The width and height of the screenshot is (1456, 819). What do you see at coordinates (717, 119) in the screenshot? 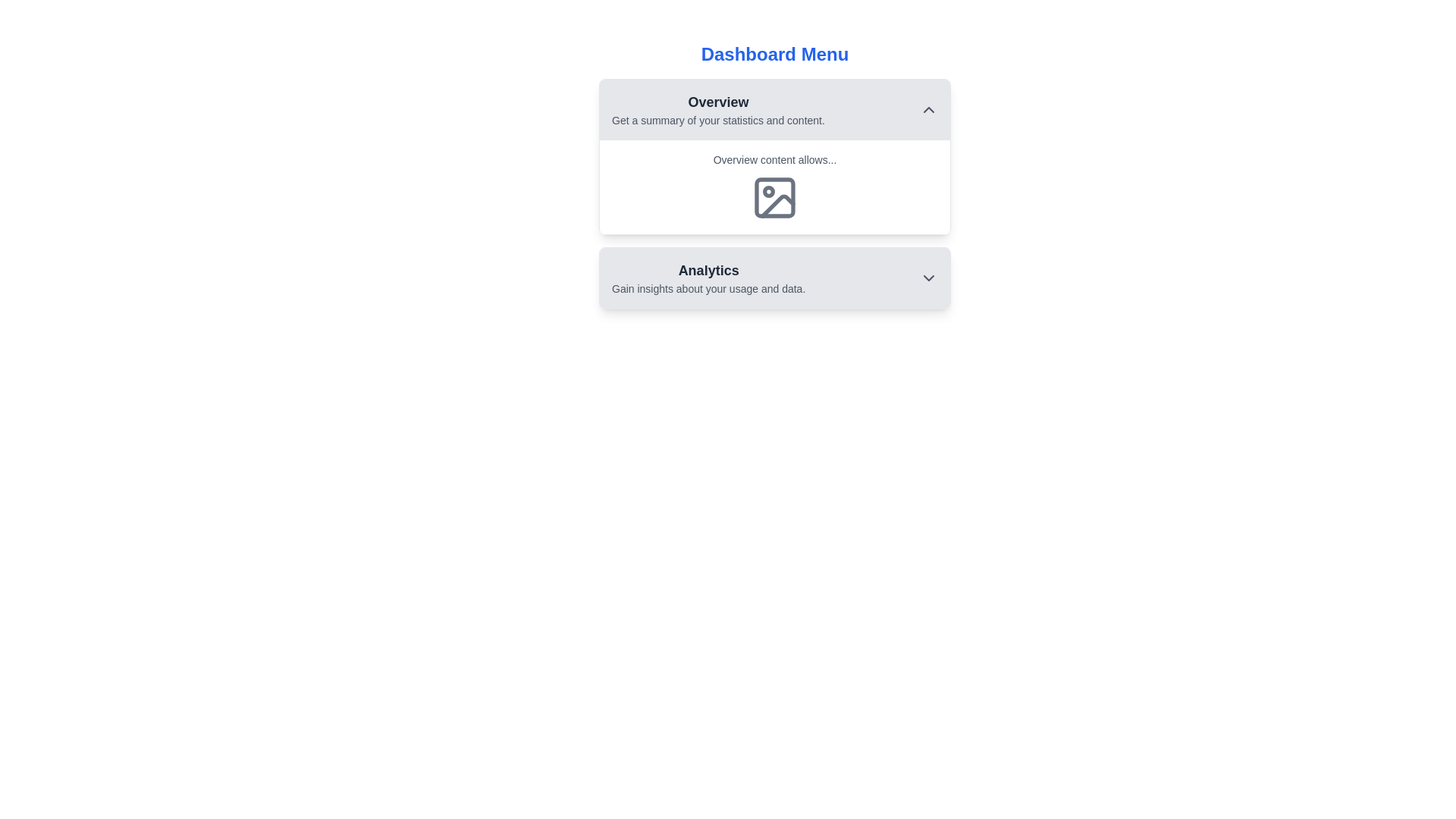
I see `the informational text label located beneath the 'Overview' section in the Dashboard Menu, which provides a summary related to that section` at bounding box center [717, 119].